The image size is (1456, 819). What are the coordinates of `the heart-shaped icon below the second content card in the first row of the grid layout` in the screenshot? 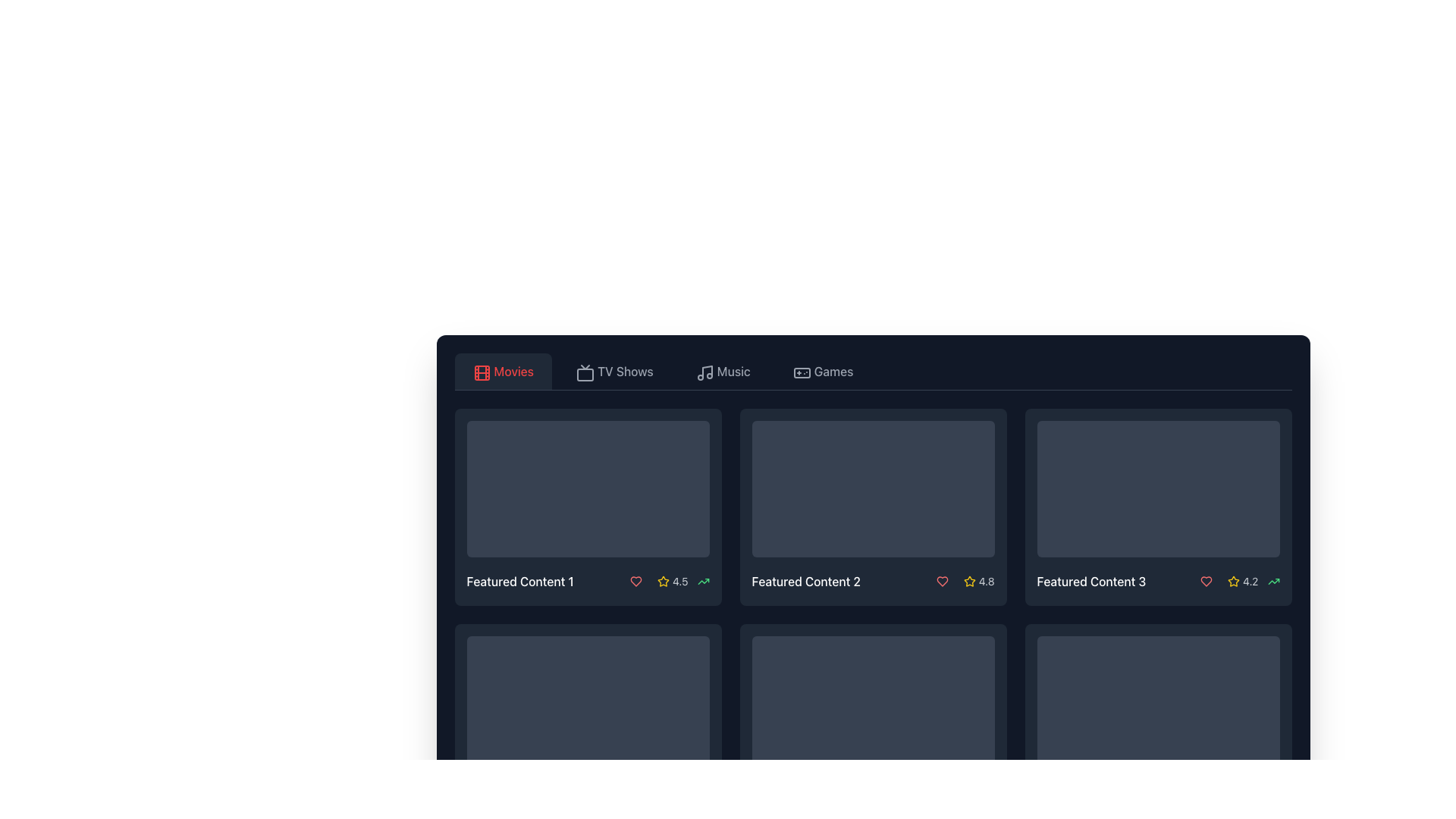 It's located at (941, 581).